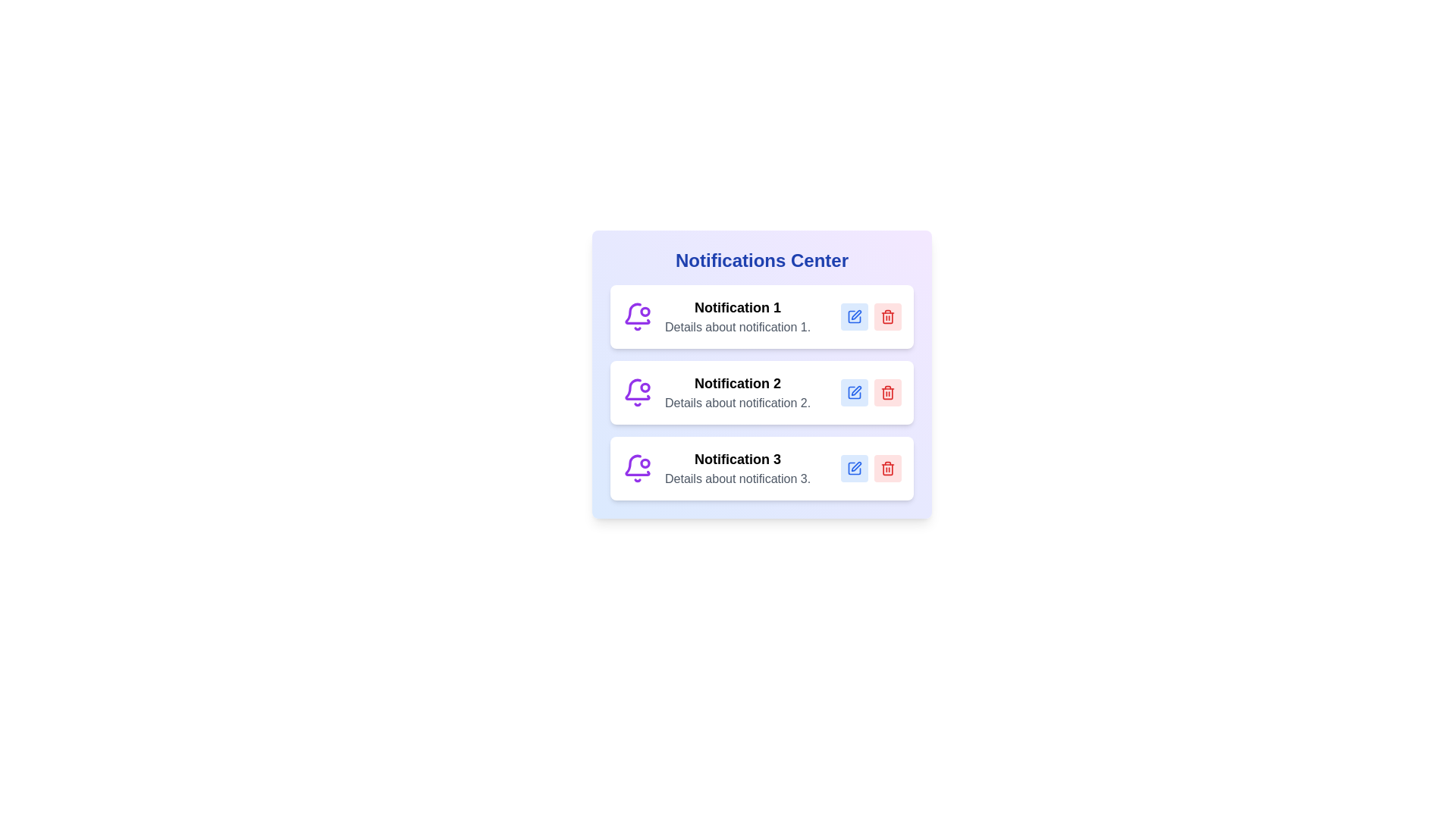  What do you see at coordinates (856, 314) in the screenshot?
I see `the blue pen icon used for editing, located to the right of the first notification under the 'Notifications Center' heading, for keyboard interaction` at bounding box center [856, 314].